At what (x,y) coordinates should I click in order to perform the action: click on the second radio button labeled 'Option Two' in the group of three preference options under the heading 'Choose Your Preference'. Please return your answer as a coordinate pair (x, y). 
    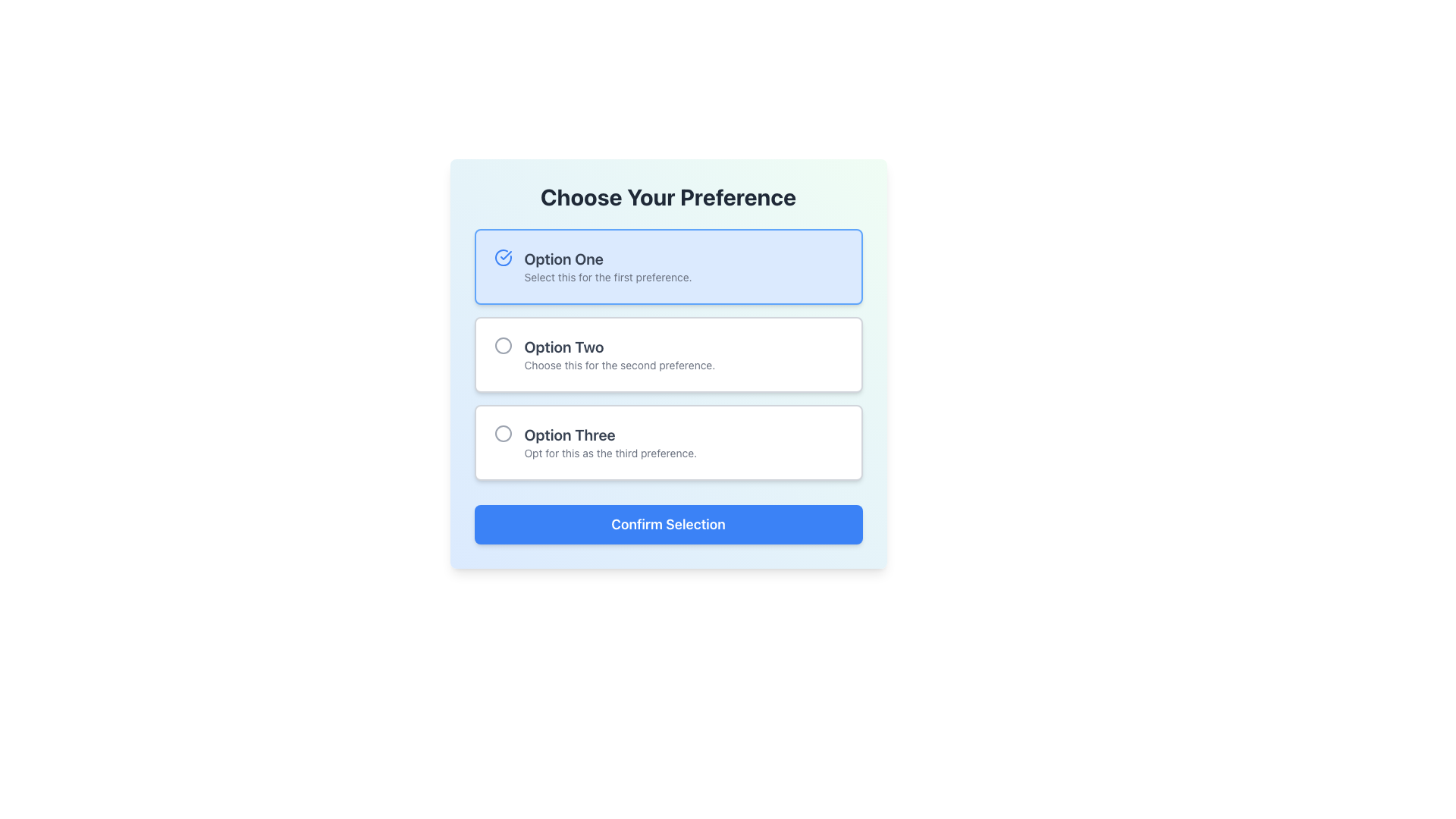
    Looking at the image, I should click on (667, 354).